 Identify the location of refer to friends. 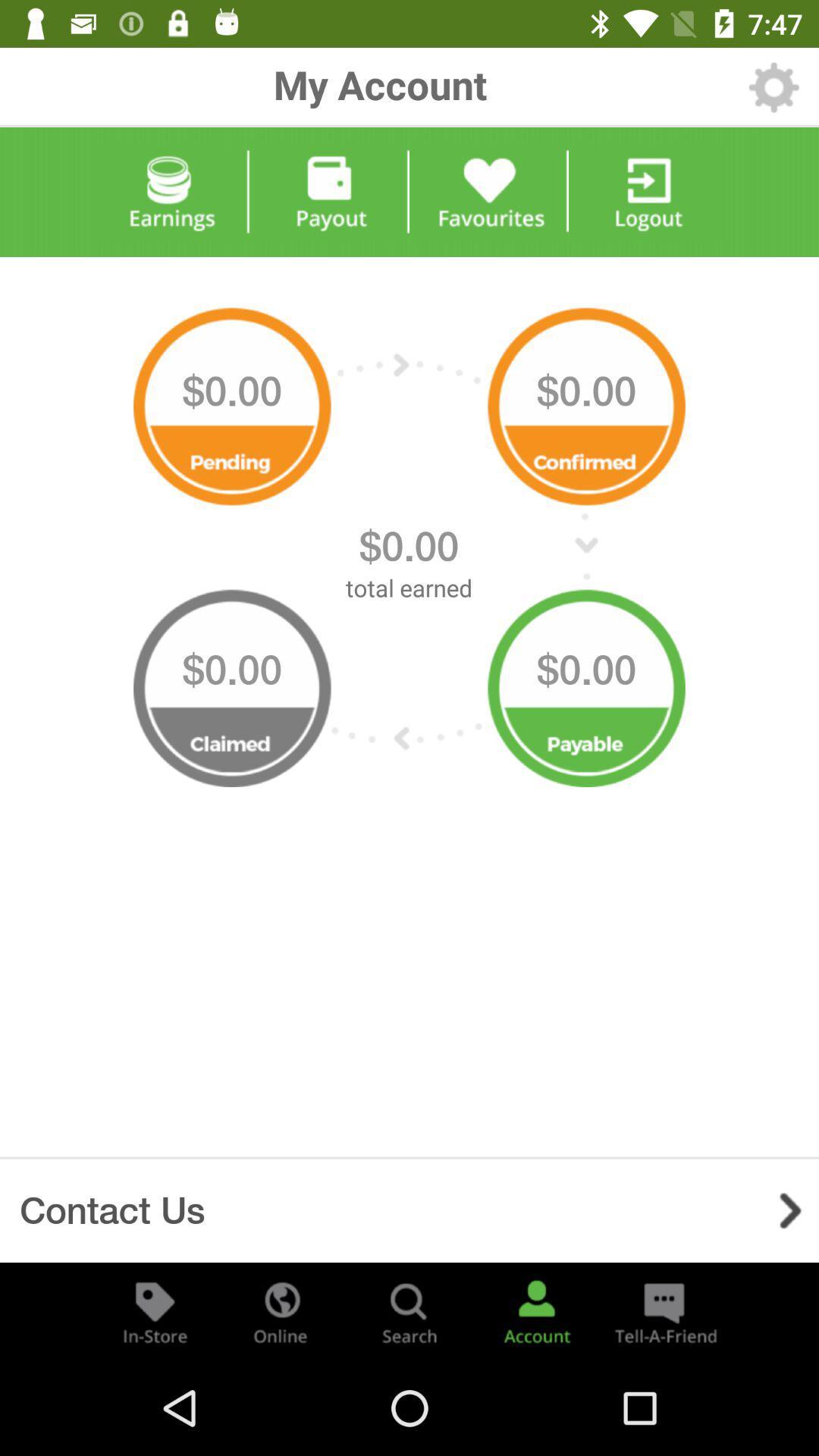
(663, 1310).